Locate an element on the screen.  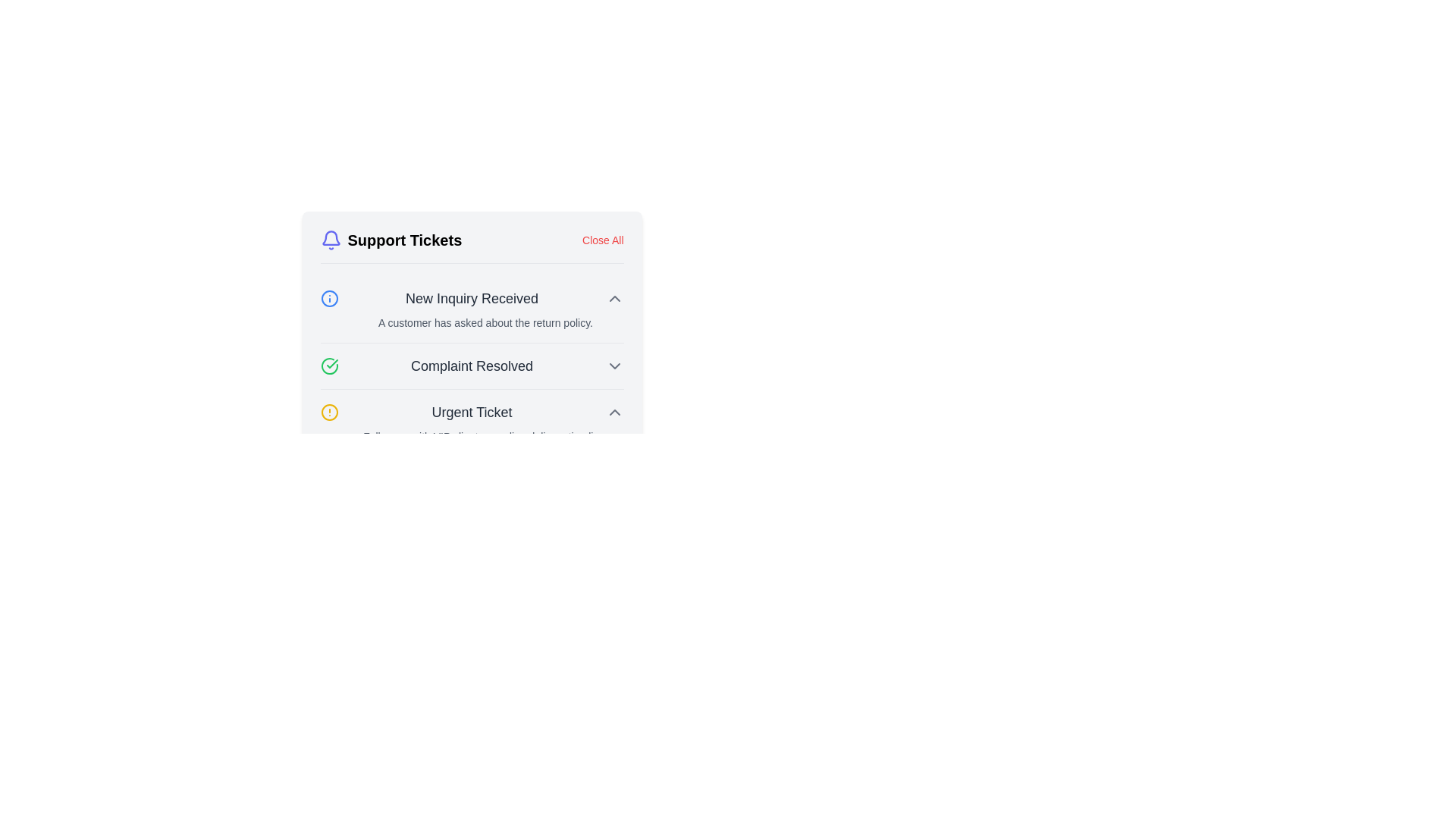
SVG Circle element that represents urgency in the 'Urgent Ticket' icon, located adjacent to the text 'Urgent Ticket' is located at coordinates (328, 412).